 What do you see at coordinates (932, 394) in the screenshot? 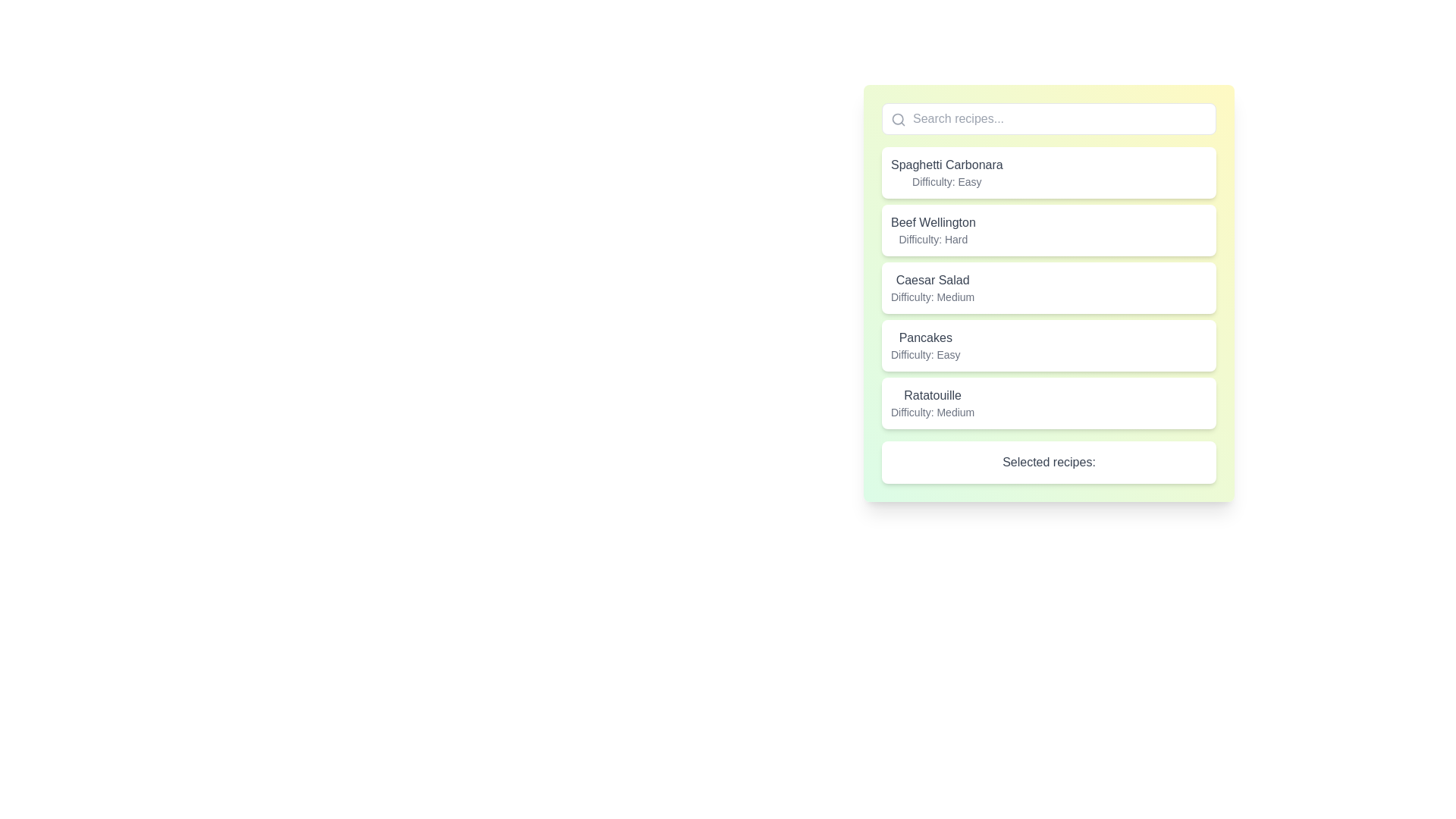
I see `the text label identifying the recipe as 'Ratatouille' located in the fifth row of the recipe list, above 'Difficulty: Medium.'` at bounding box center [932, 394].